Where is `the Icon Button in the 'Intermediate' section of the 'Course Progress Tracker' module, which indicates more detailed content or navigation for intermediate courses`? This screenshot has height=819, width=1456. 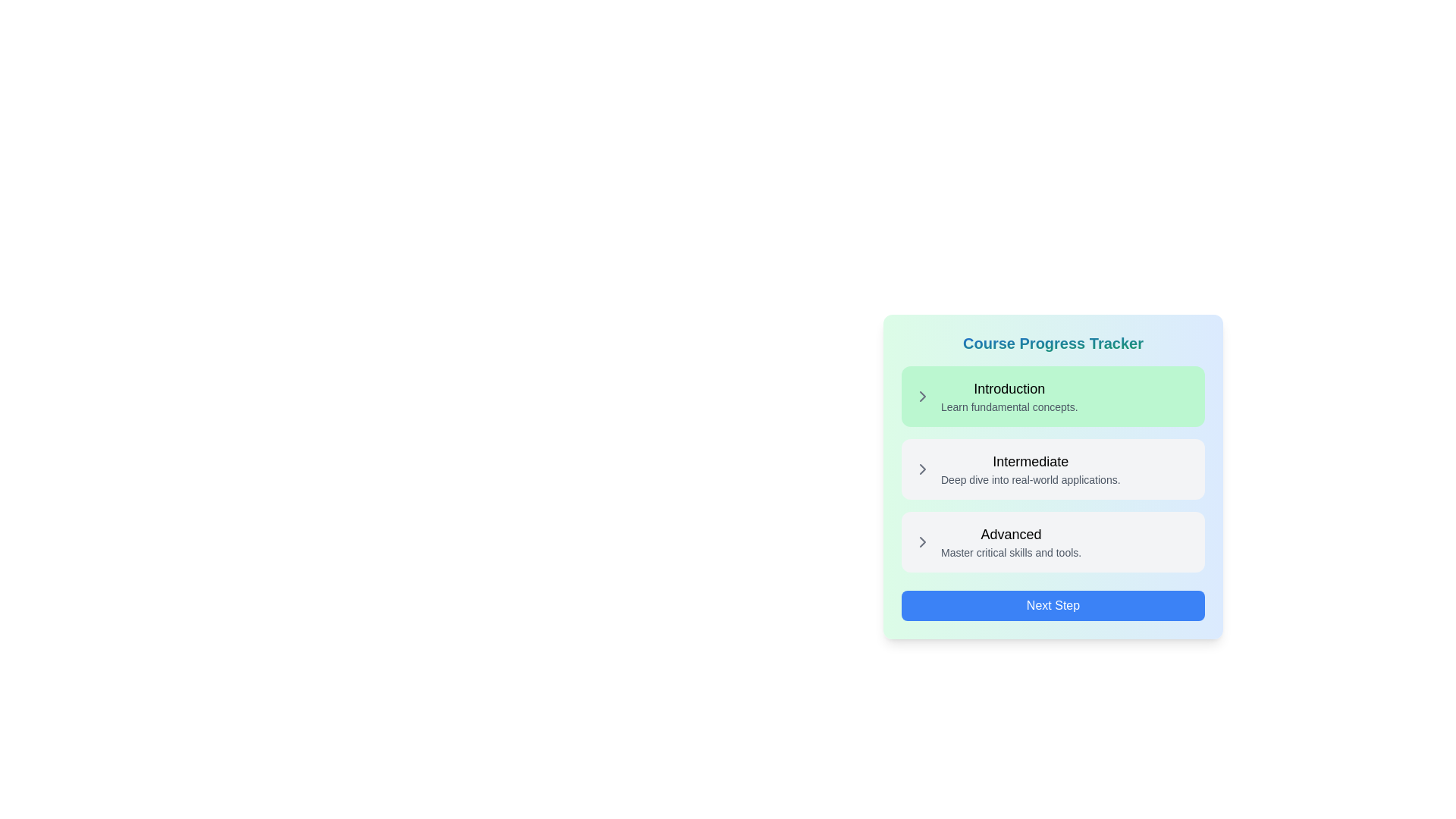
the Icon Button in the 'Intermediate' section of the 'Course Progress Tracker' module, which indicates more detailed content or navigation for intermediate courses is located at coordinates (922, 468).